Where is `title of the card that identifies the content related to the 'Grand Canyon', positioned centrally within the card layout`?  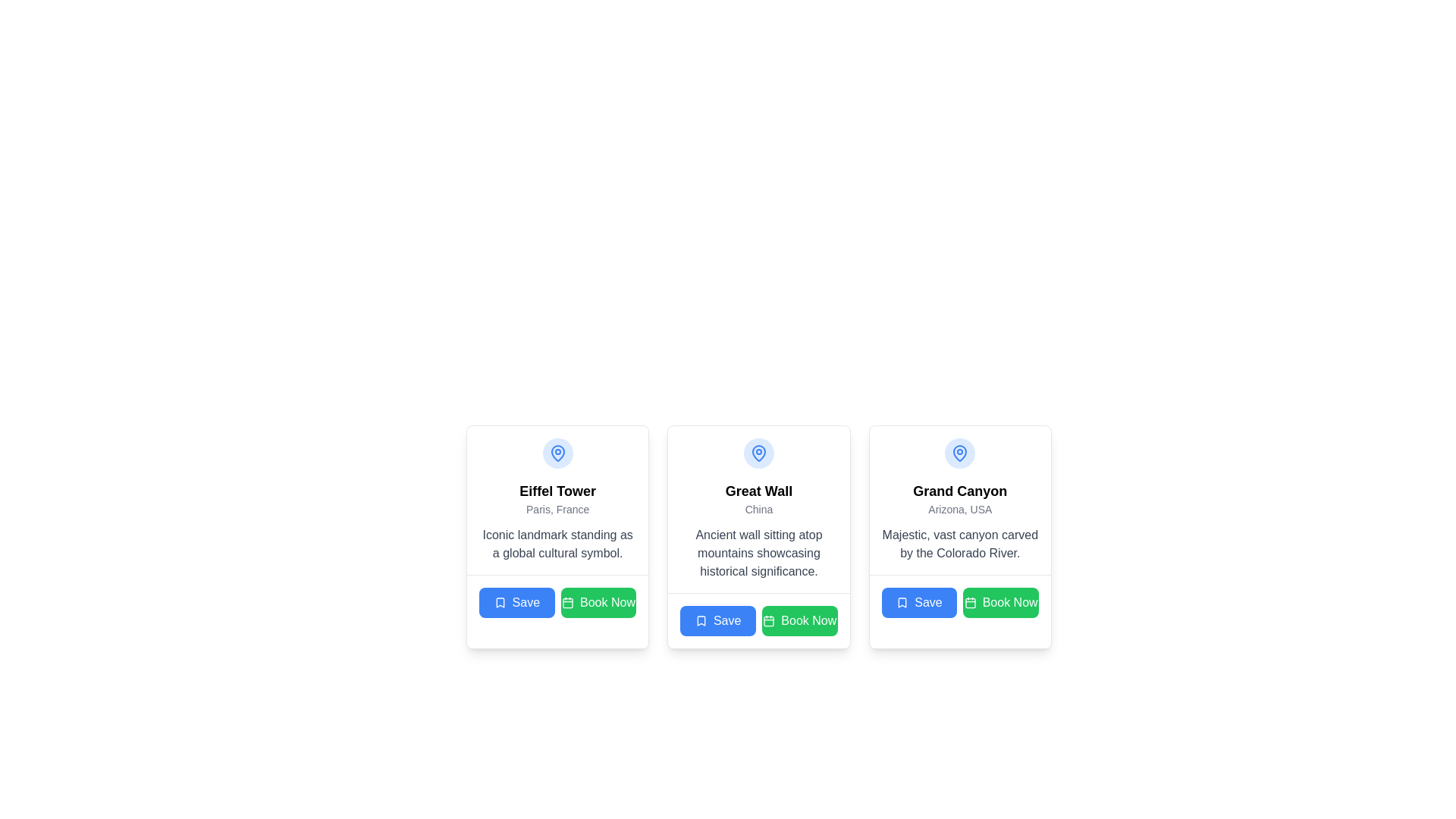
title of the card that identifies the content related to the 'Grand Canyon', positioned centrally within the card layout is located at coordinates (959, 491).